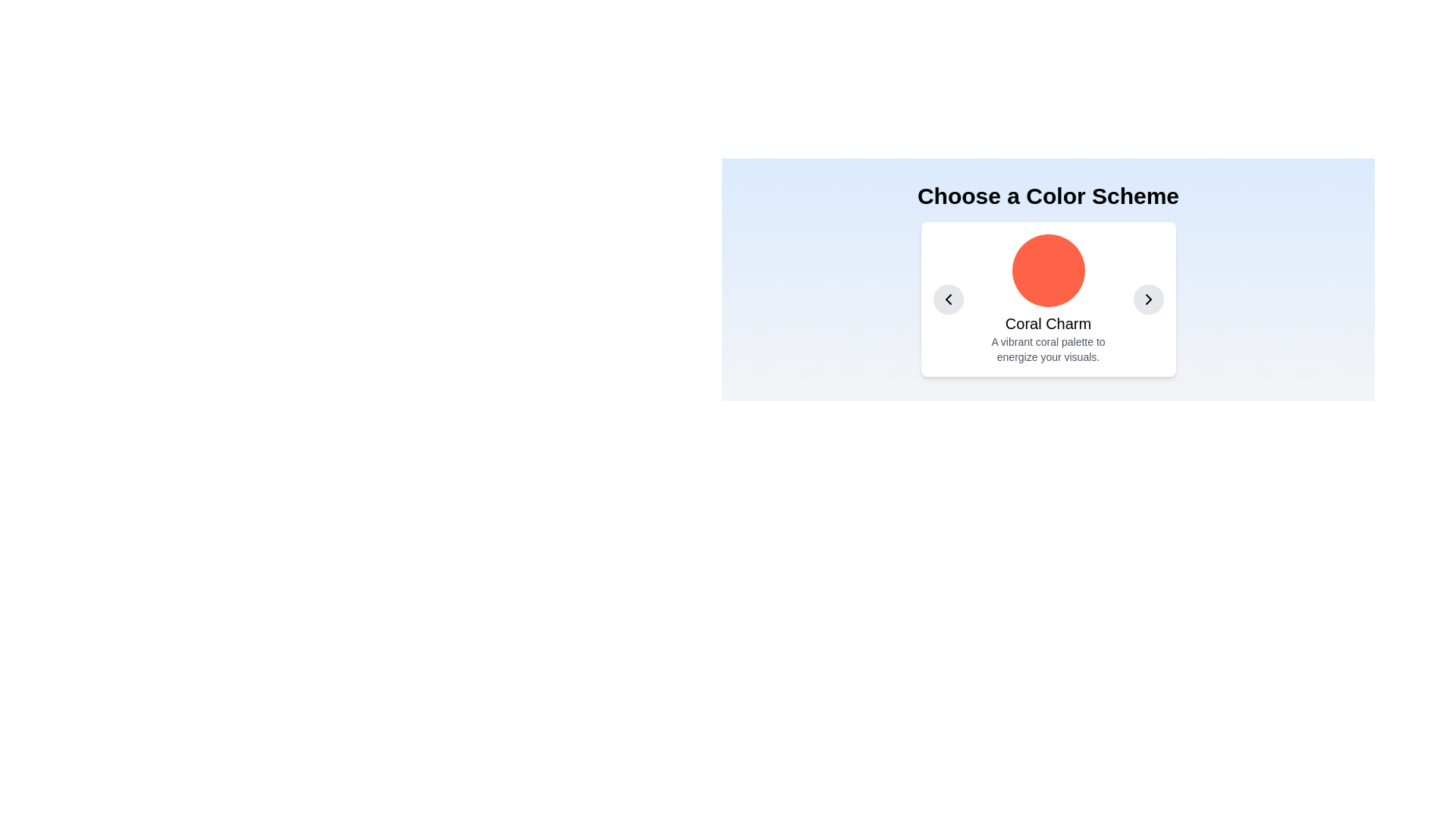 The width and height of the screenshot is (1456, 819). I want to click on the interactive navigation control icon within the circular button located on the right side of the panel underneath the 'Choose a Color Scheme' heading, so click(1148, 299).